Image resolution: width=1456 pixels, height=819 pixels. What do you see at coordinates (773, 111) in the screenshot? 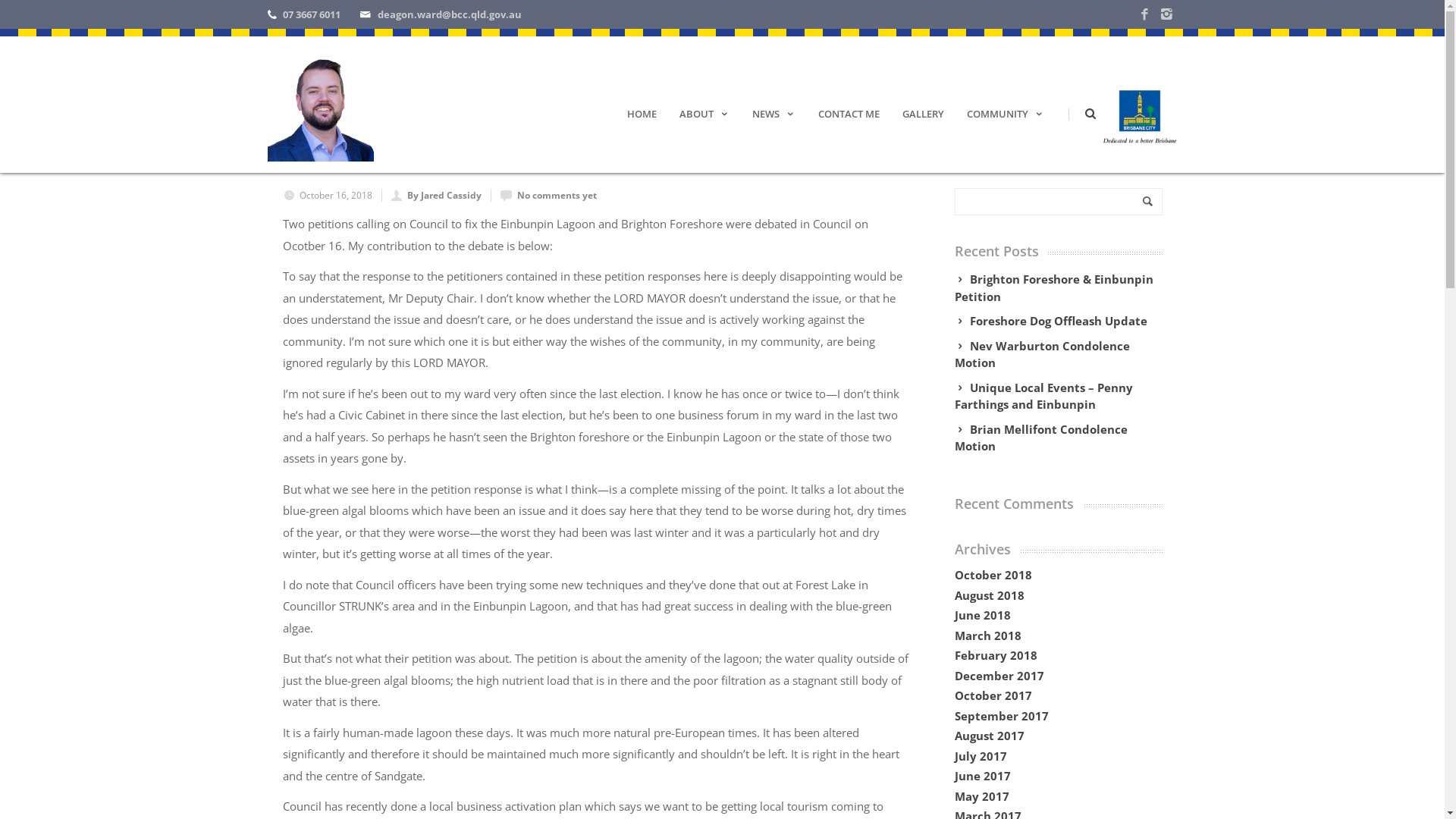
I see `'NEWS'` at bounding box center [773, 111].